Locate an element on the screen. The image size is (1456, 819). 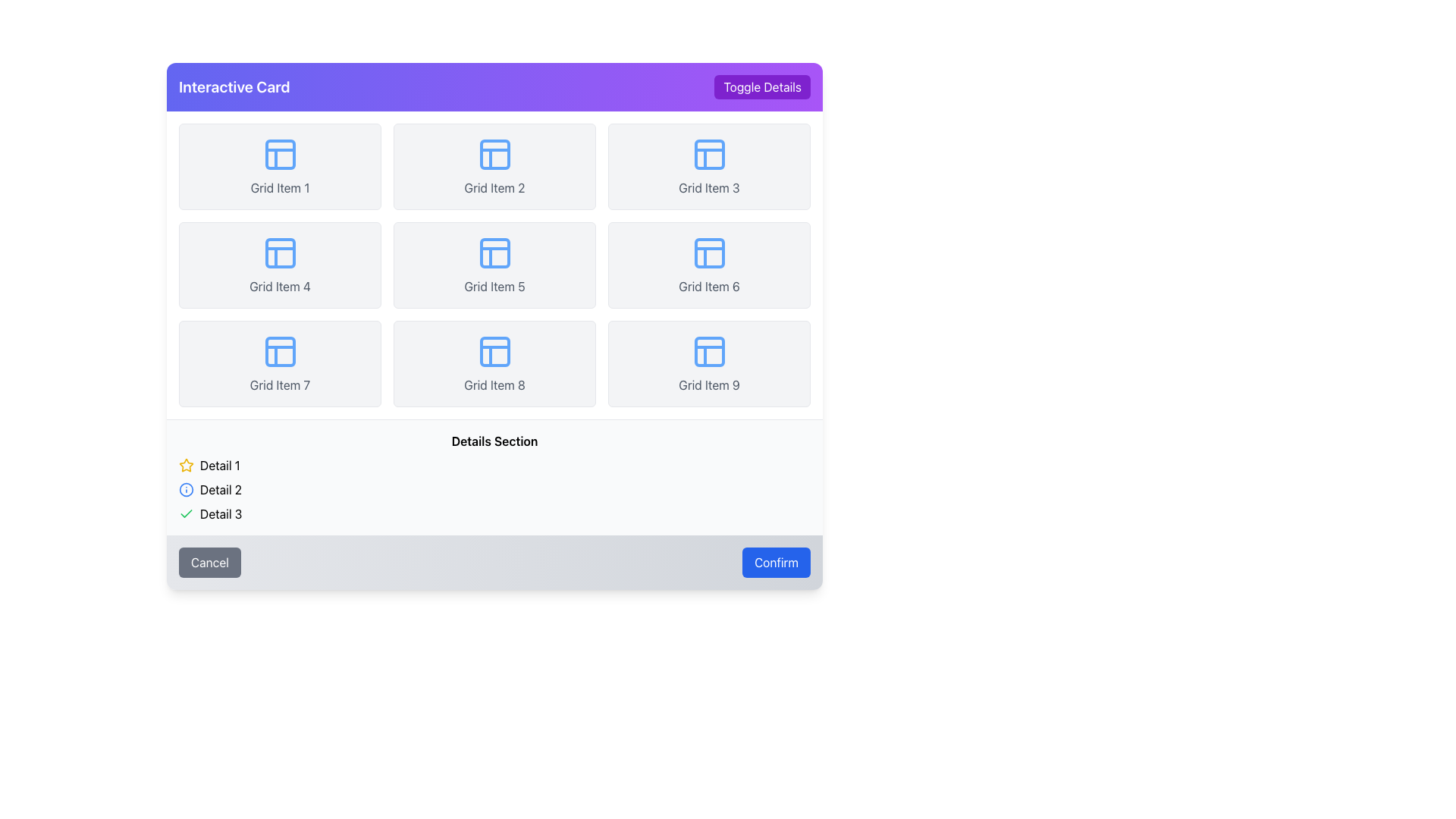
the blue SVG icon representing a diagram within the grid item labeled 'Grid Item 4', located in the second row and first column of the grid is located at coordinates (280, 253).